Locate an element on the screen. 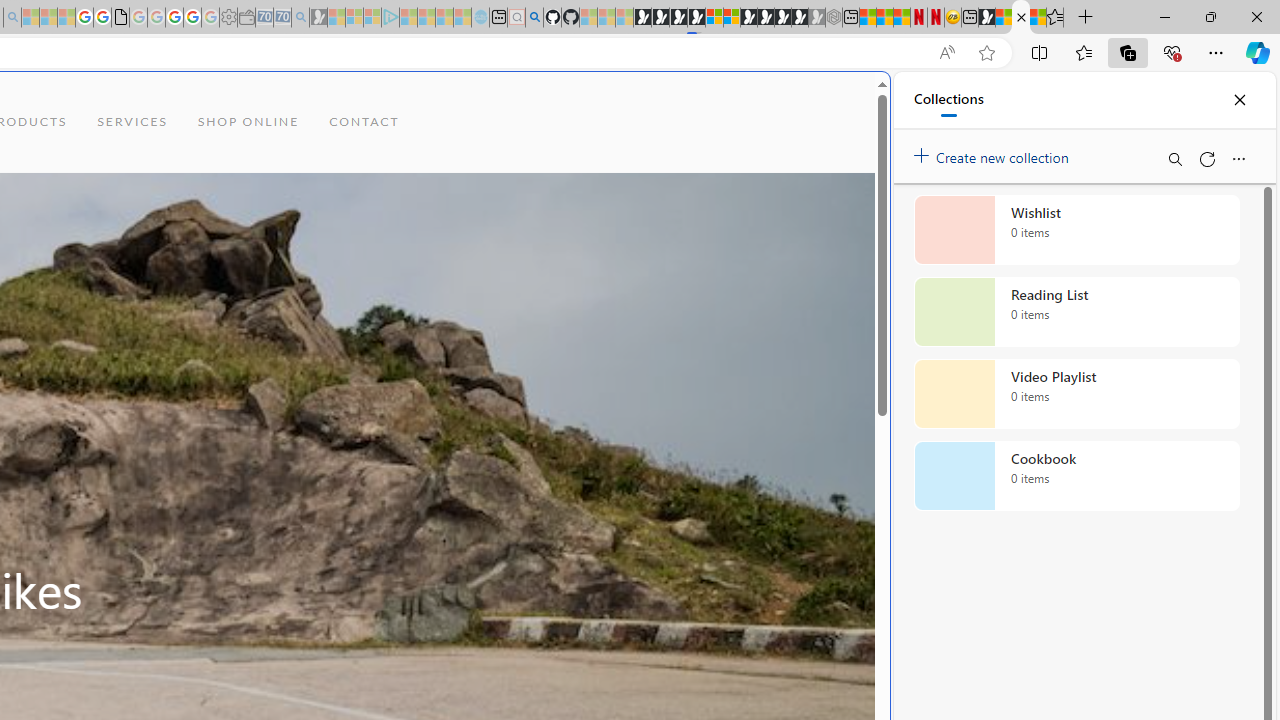 The image size is (1280, 720). 'CONTACT' is located at coordinates (364, 122).